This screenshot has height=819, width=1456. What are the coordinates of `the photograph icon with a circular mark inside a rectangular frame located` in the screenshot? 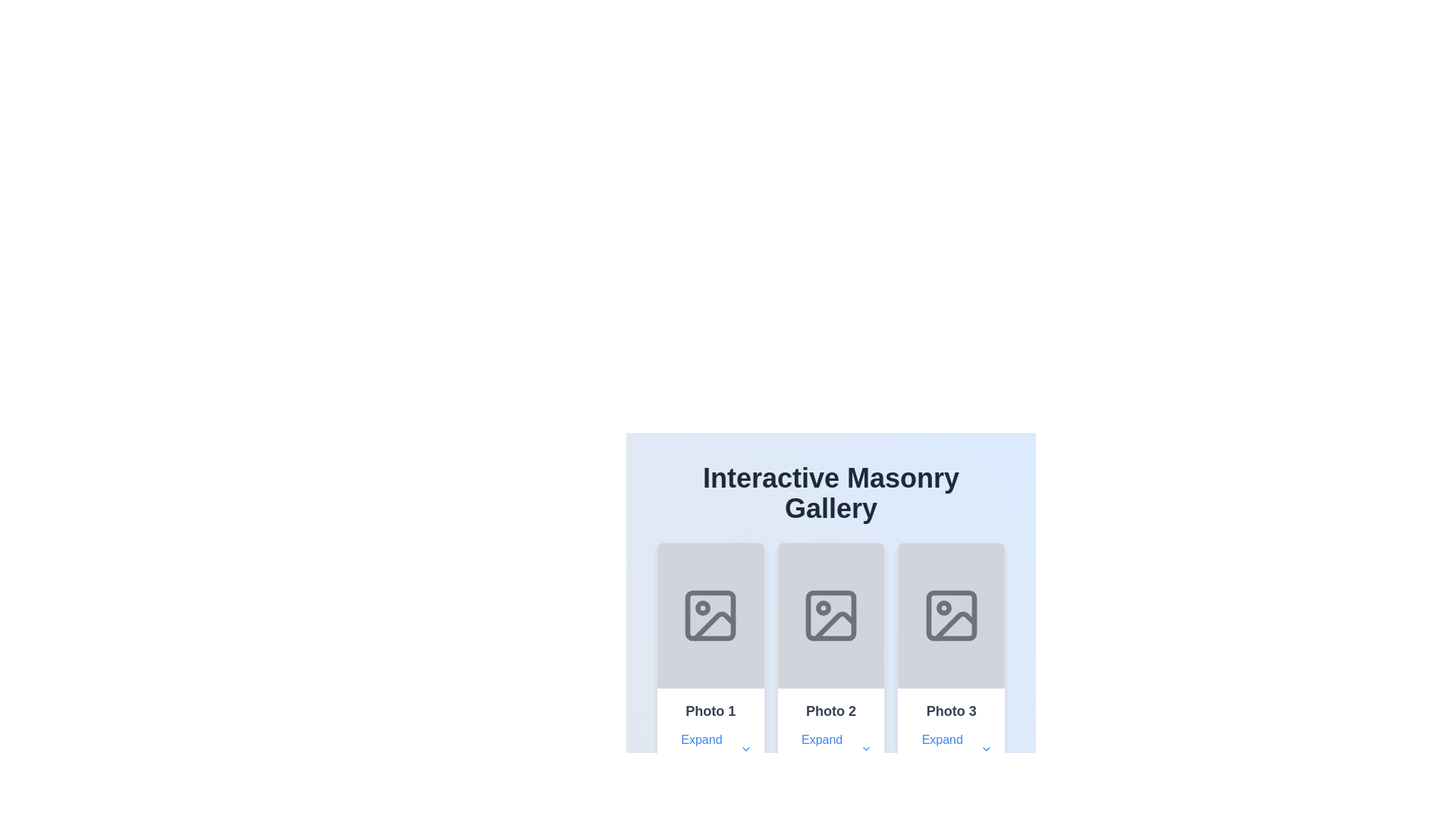 It's located at (830, 616).